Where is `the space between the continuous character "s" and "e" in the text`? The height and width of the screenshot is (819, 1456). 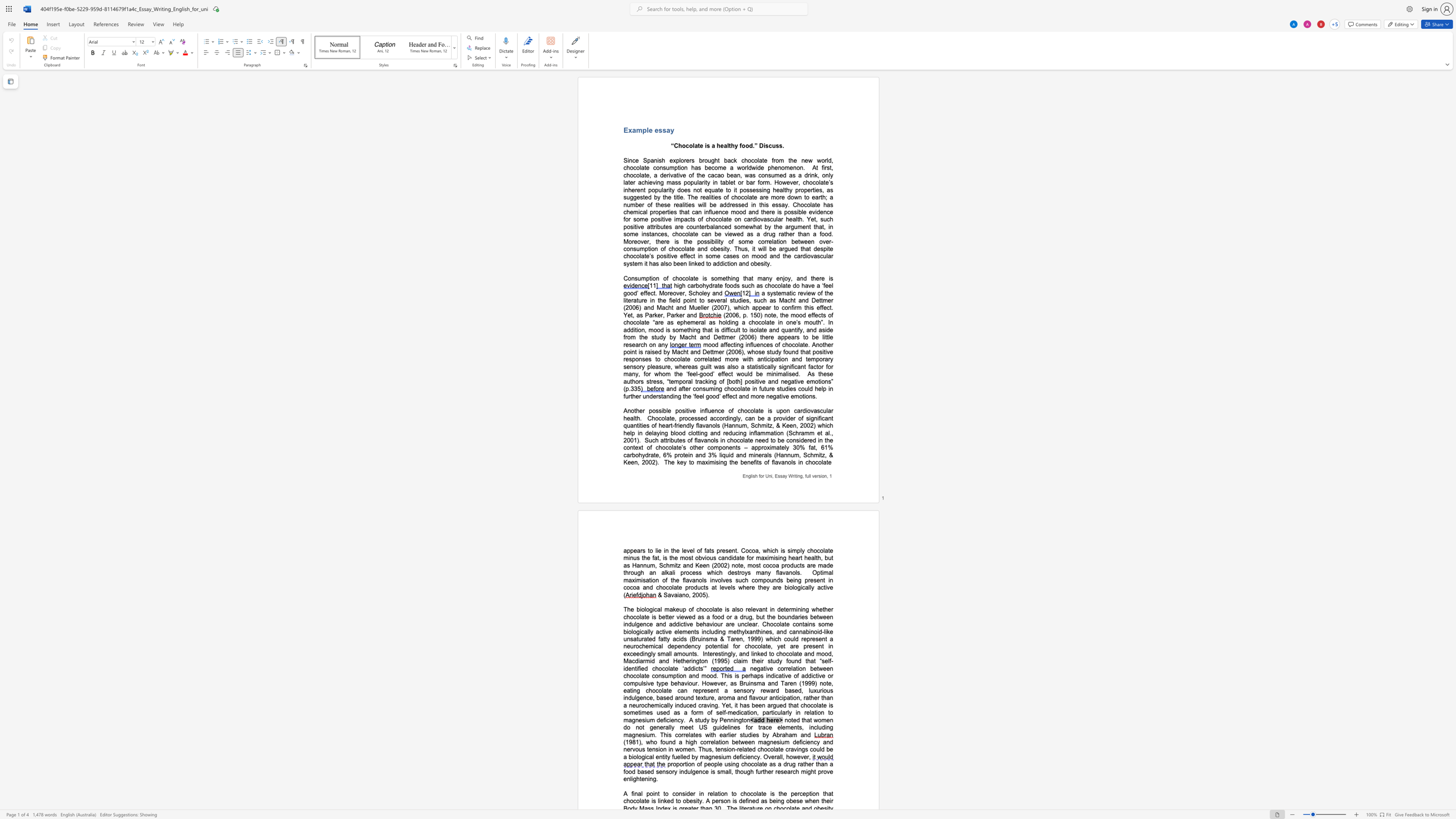 the space between the continuous character "s" and "e" in the text is located at coordinates (710, 300).